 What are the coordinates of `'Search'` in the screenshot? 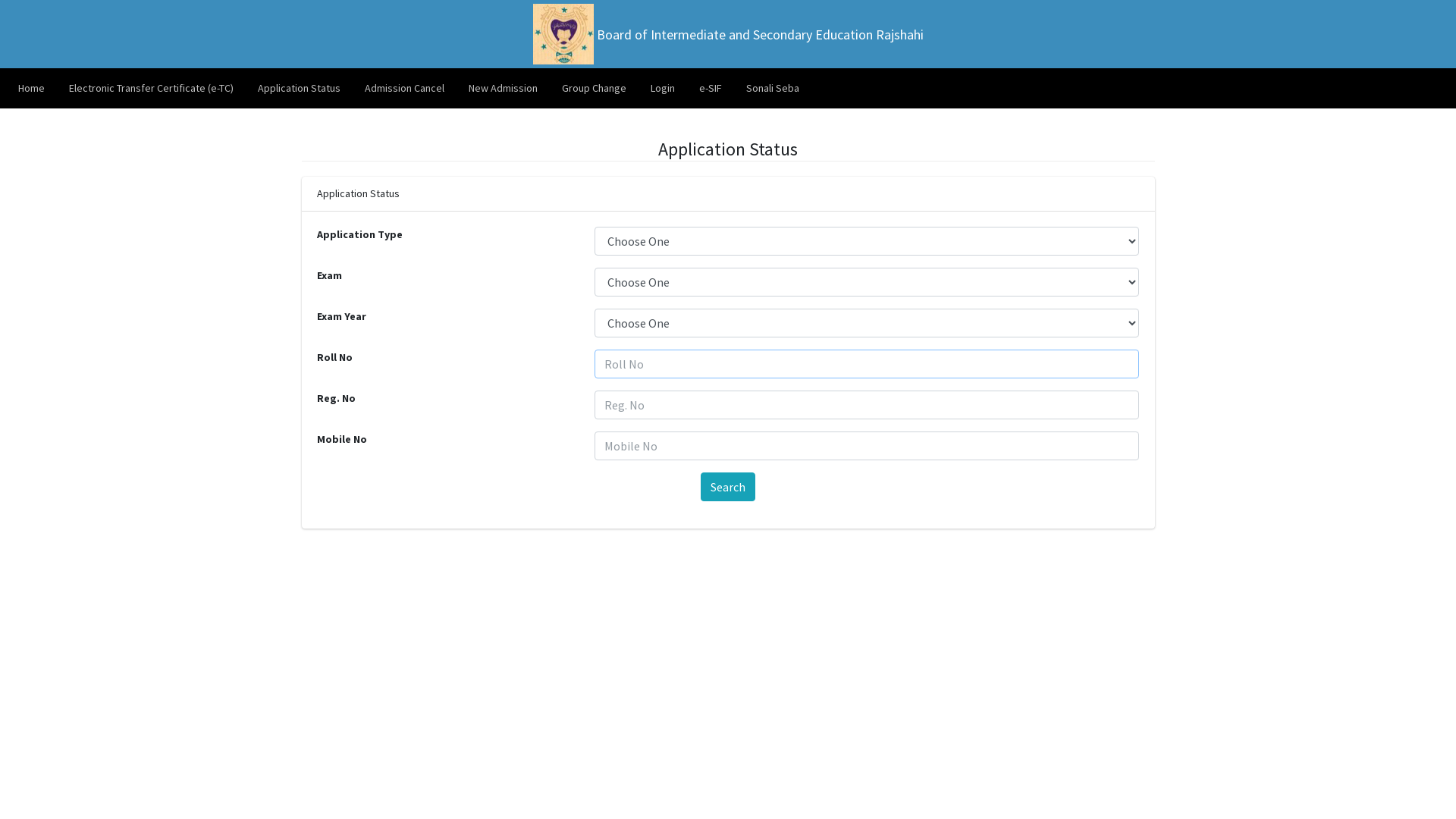 It's located at (728, 486).